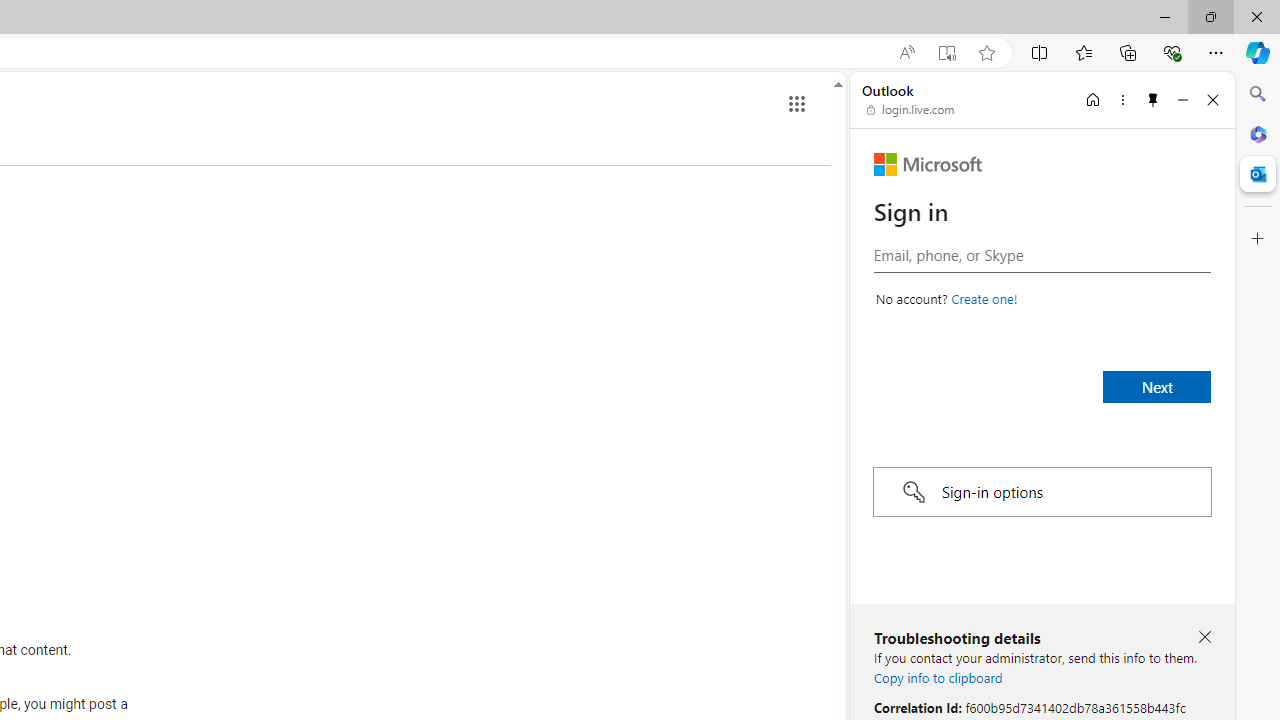 The height and width of the screenshot is (720, 1280). I want to click on 'Close Search pane', so click(1257, 94).